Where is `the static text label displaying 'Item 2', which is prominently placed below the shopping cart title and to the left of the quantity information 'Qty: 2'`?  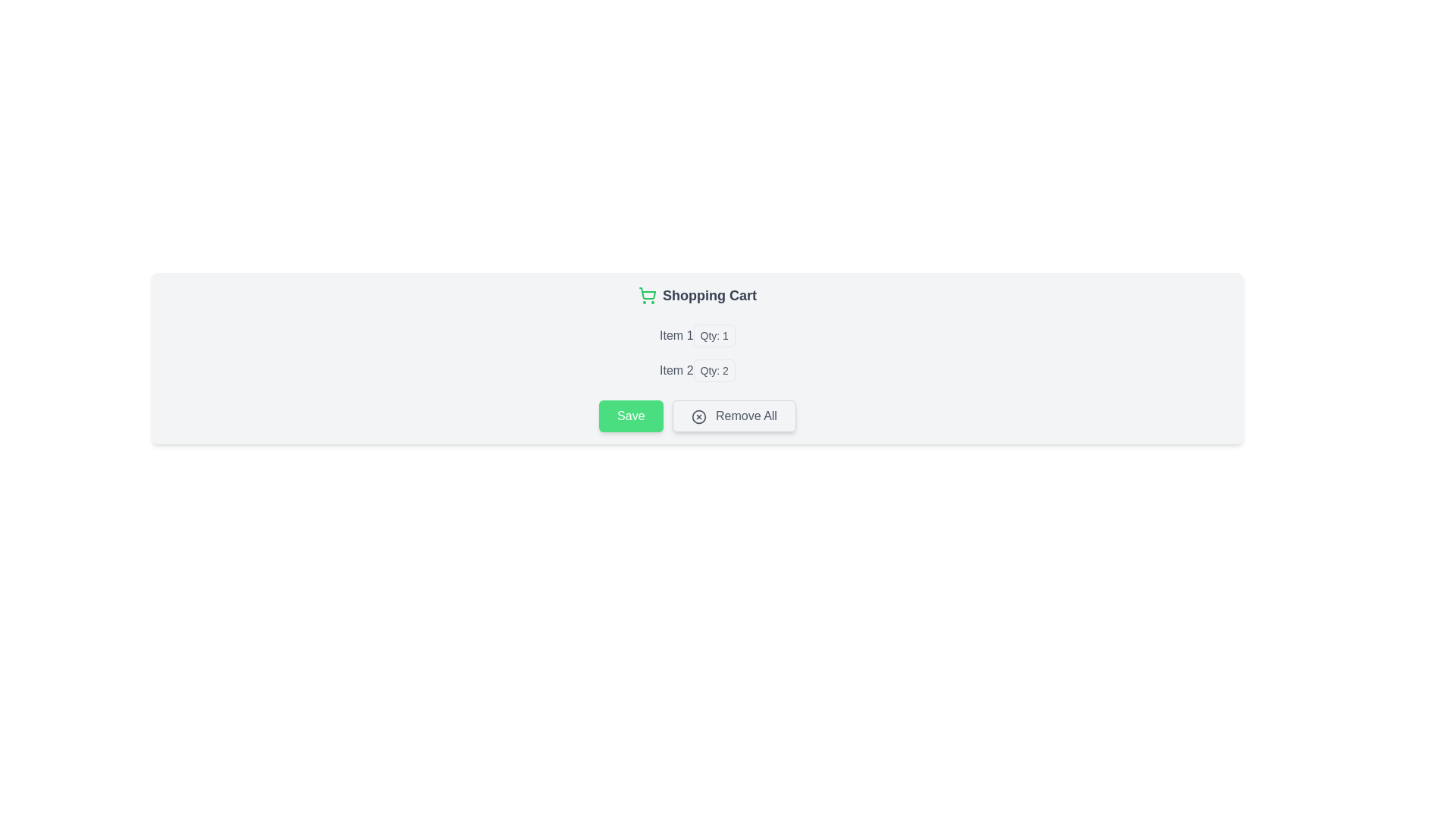
the static text label displaying 'Item 2', which is prominently placed below the shopping cart title and to the left of the quantity information 'Qty: 2' is located at coordinates (676, 371).